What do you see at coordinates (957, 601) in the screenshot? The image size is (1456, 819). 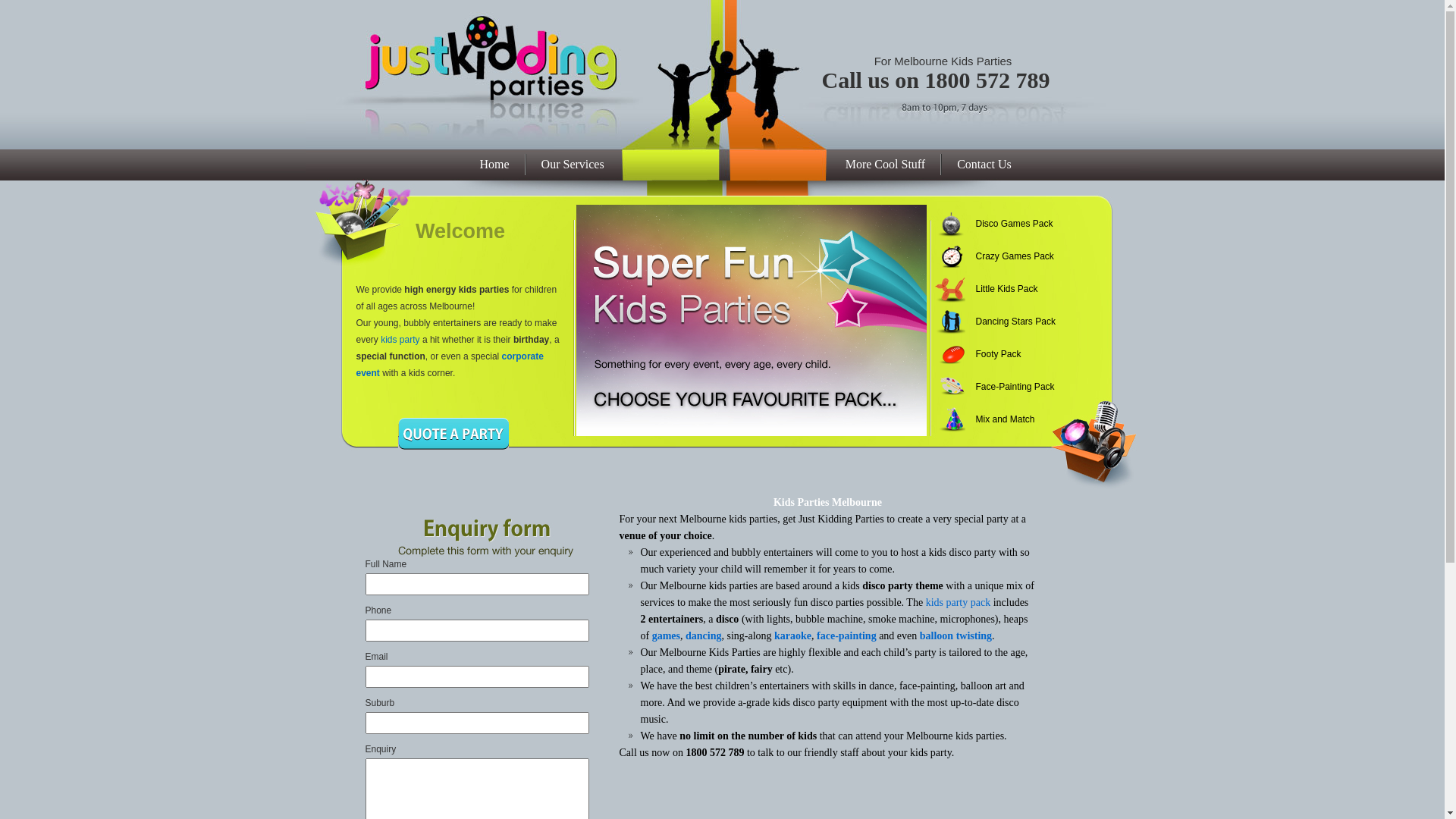 I see `'kids party pack'` at bounding box center [957, 601].